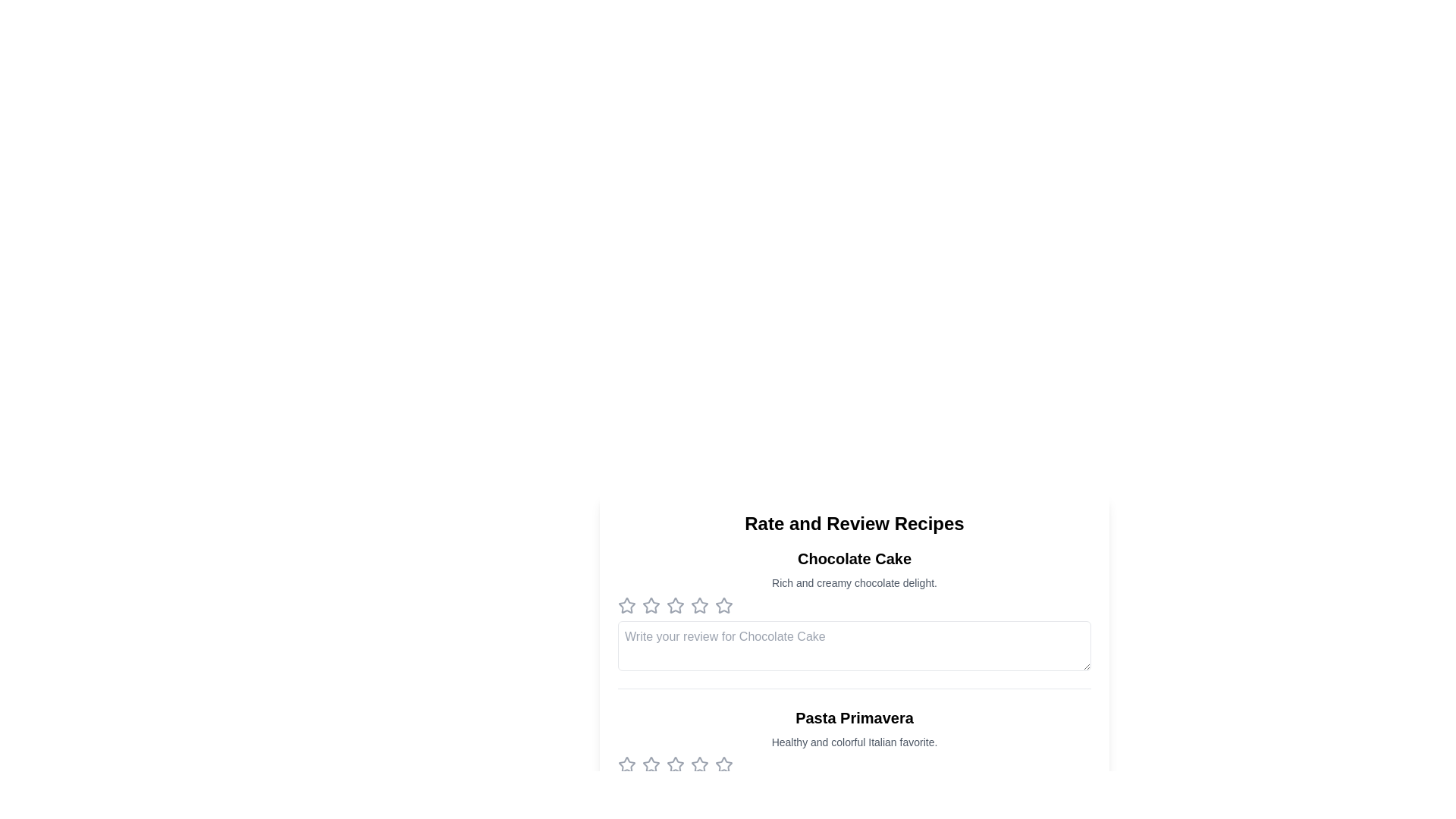 The height and width of the screenshot is (819, 1456). Describe the element at coordinates (855, 582) in the screenshot. I see `the text label providing additional descriptive information about the product or topic, located directly below the title 'Chocolate Cake.'` at that location.